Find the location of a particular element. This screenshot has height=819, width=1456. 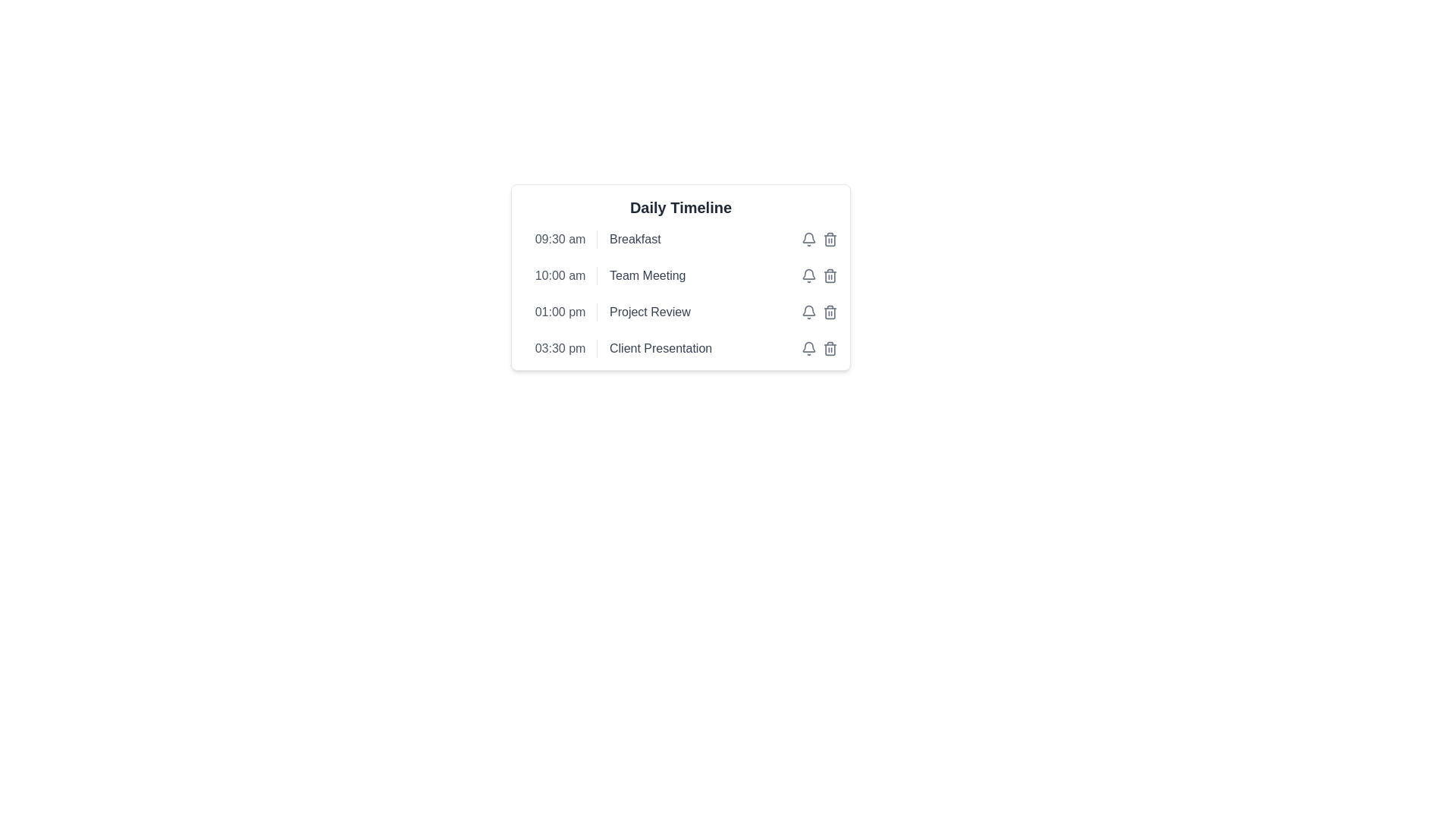

the timestamp text label indicating the scheduled time of the first listed event, aligned with the event labeled 'Breakfast' is located at coordinates (560, 239).